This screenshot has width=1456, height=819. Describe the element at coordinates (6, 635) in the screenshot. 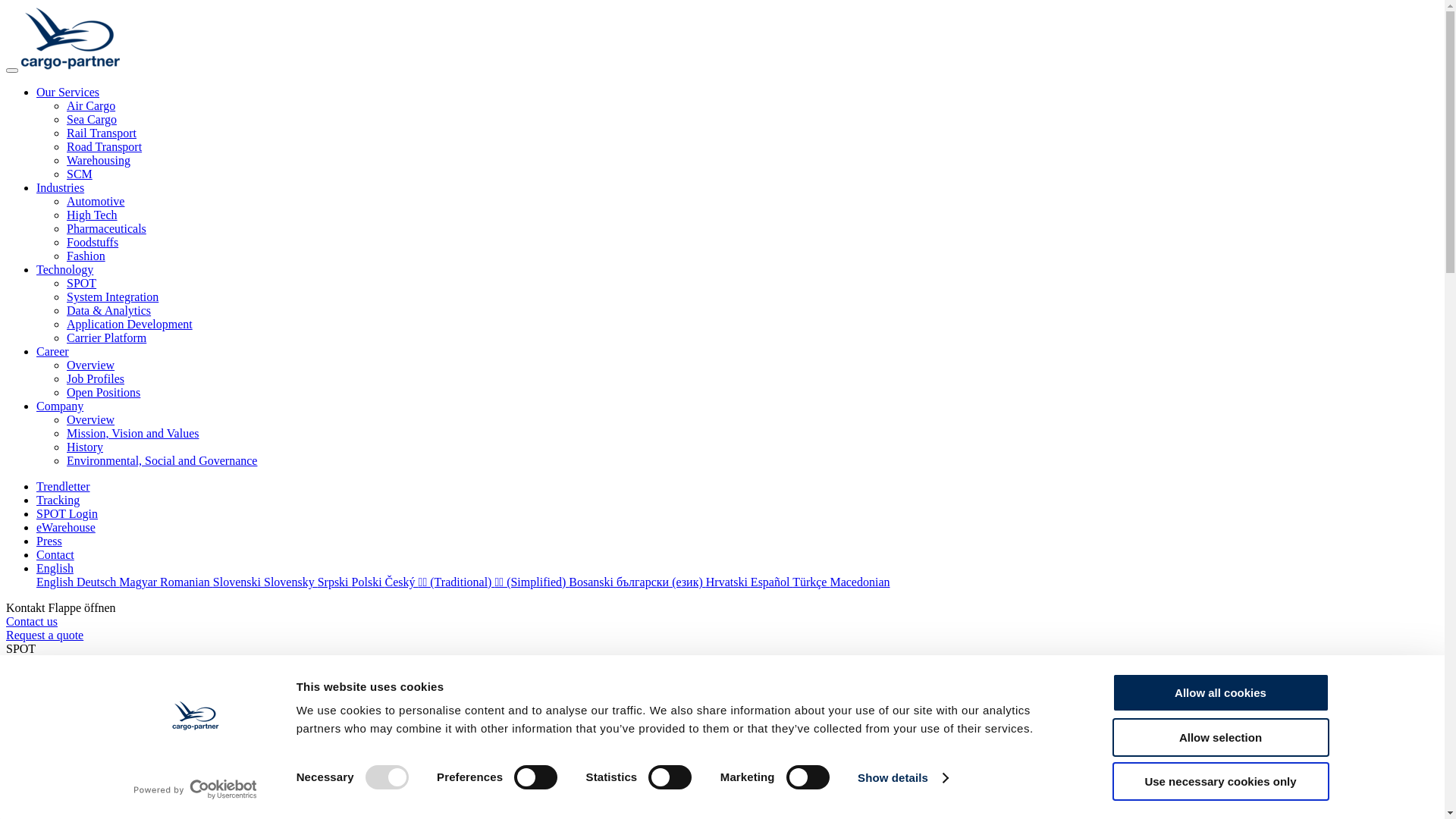

I see `'Request a quote'` at that location.